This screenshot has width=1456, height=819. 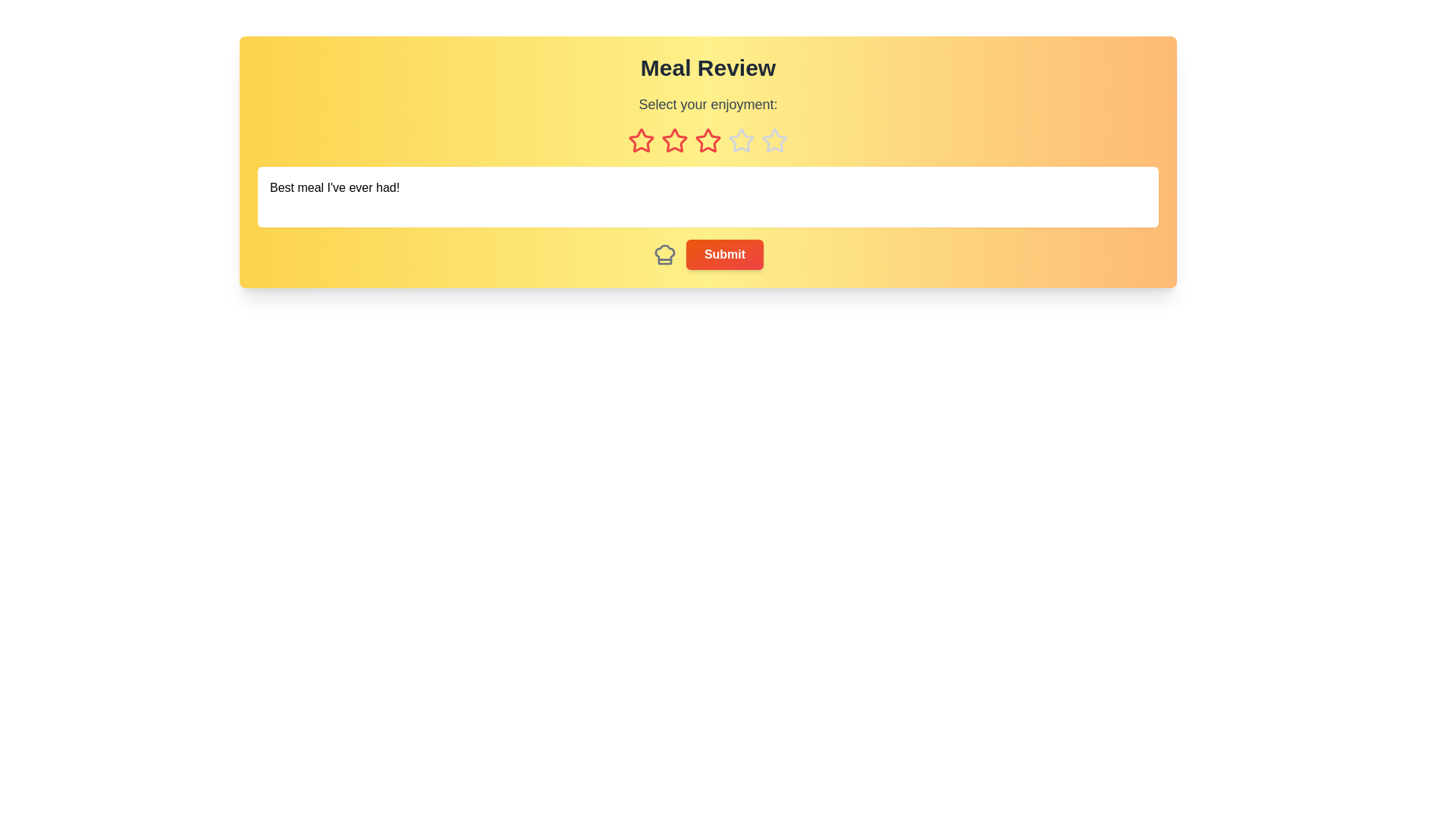 What do you see at coordinates (641, 140) in the screenshot?
I see `the first star icon in the five-star rating system` at bounding box center [641, 140].